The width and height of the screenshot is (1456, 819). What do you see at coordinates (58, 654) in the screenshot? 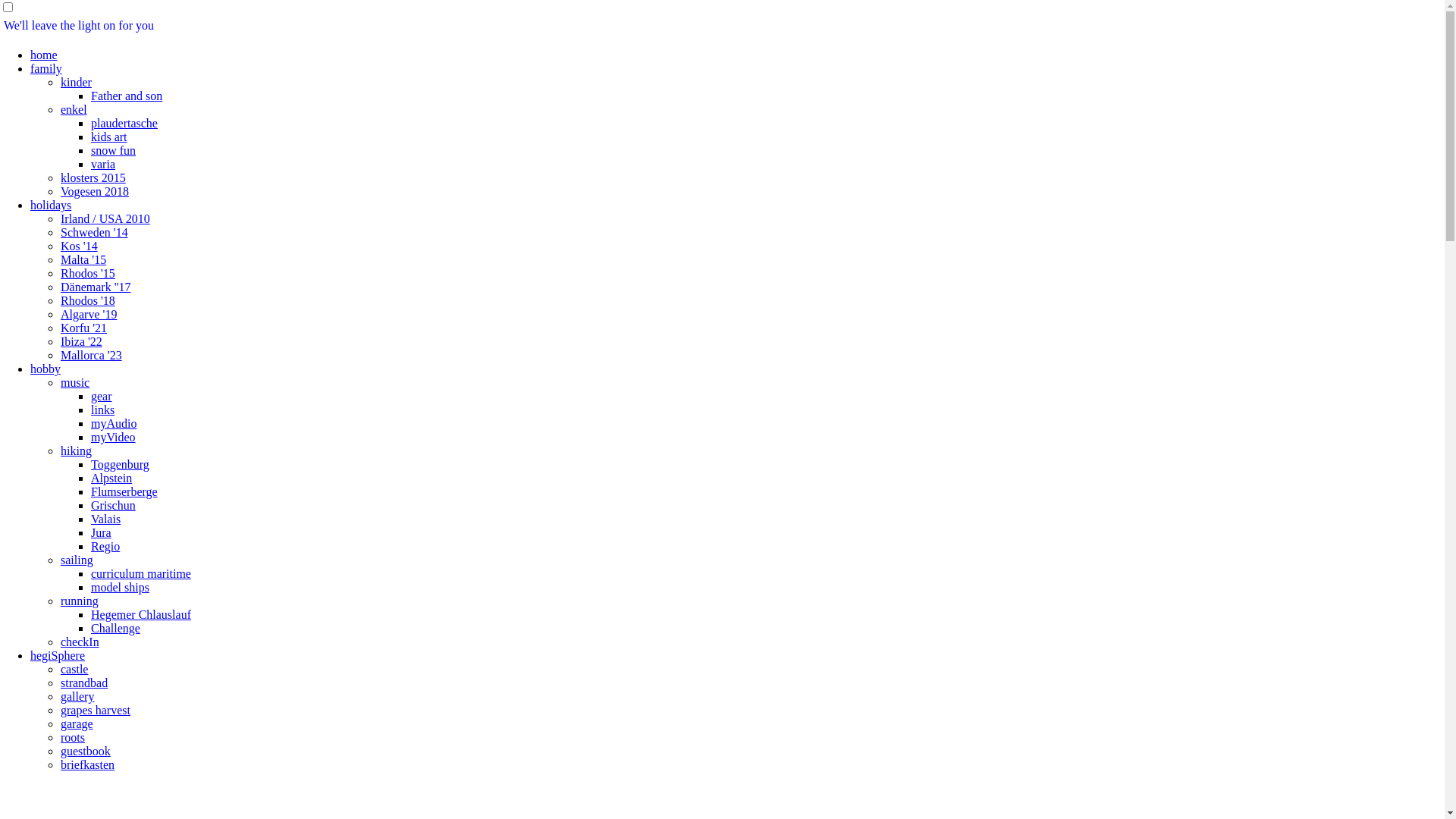
I see `'hegiSphere'` at bounding box center [58, 654].